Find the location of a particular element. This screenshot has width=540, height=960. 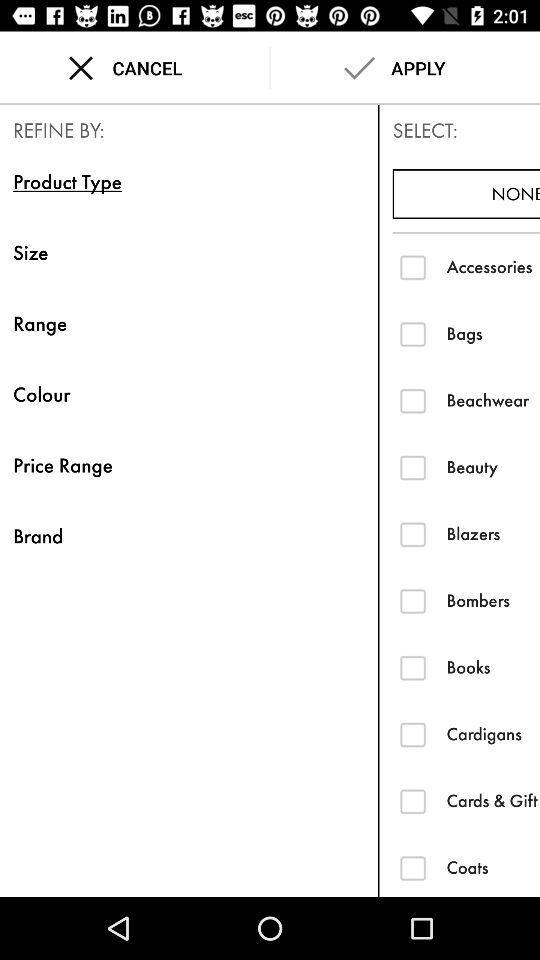

the blazers item is located at coordinates (492, 532).